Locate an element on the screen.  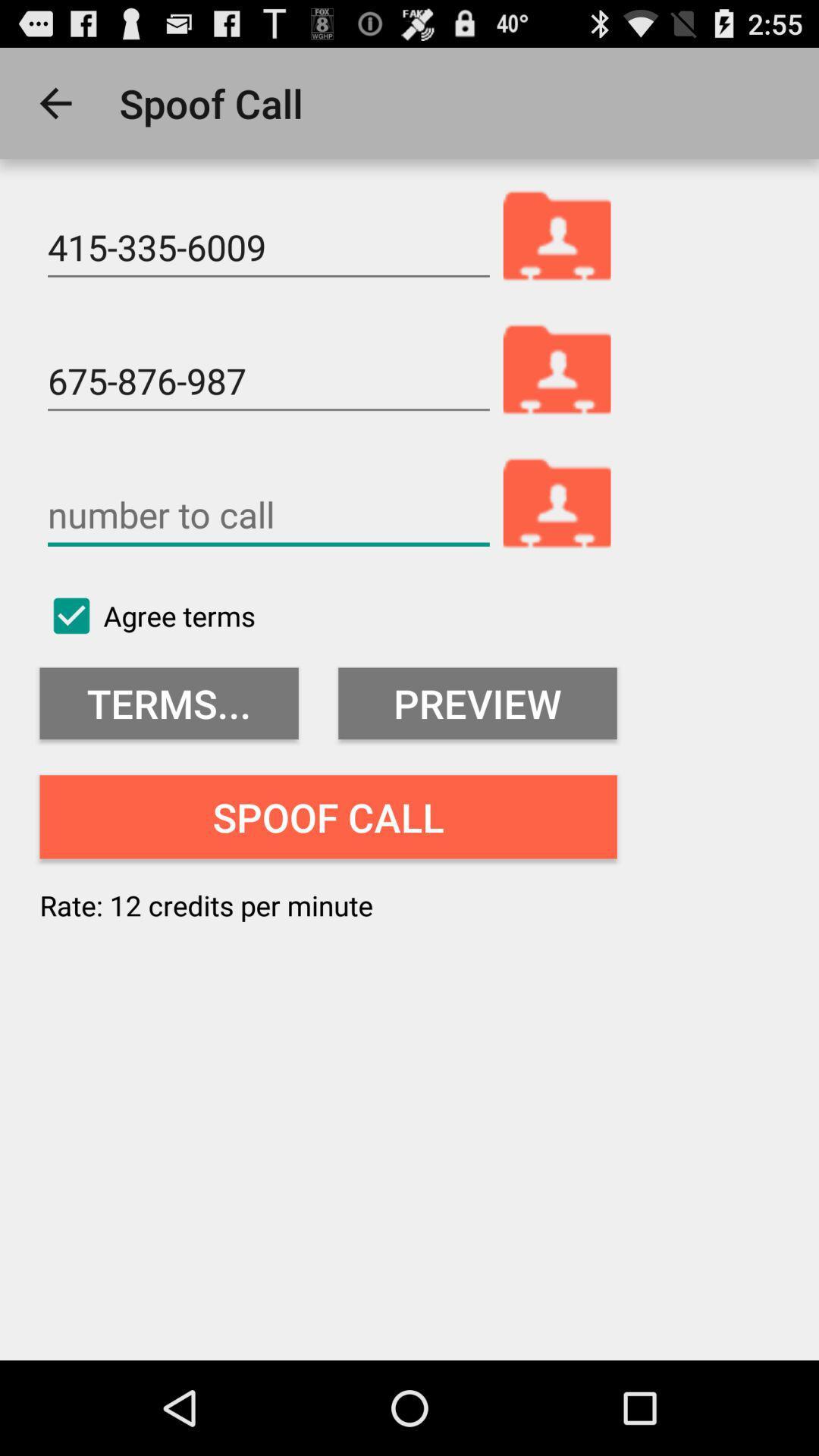
the preview item is located at coordinates (476, 702).